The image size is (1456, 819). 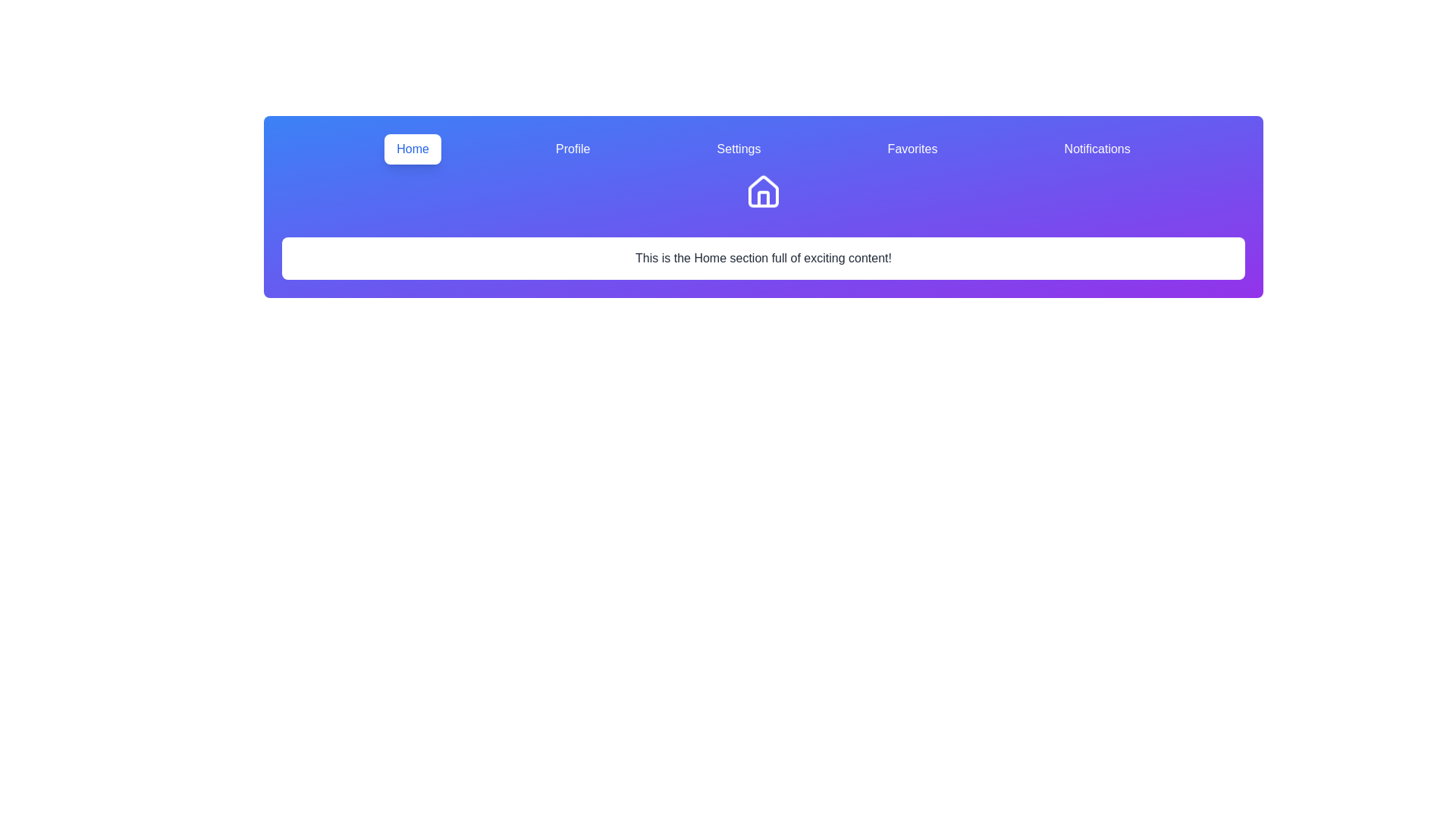 What do you see at coordinates (764, 200) in the screenshot?
I see `the house icon with a white outline on a gradient background to trigger its animation effect` at bounding box center [764, 200].